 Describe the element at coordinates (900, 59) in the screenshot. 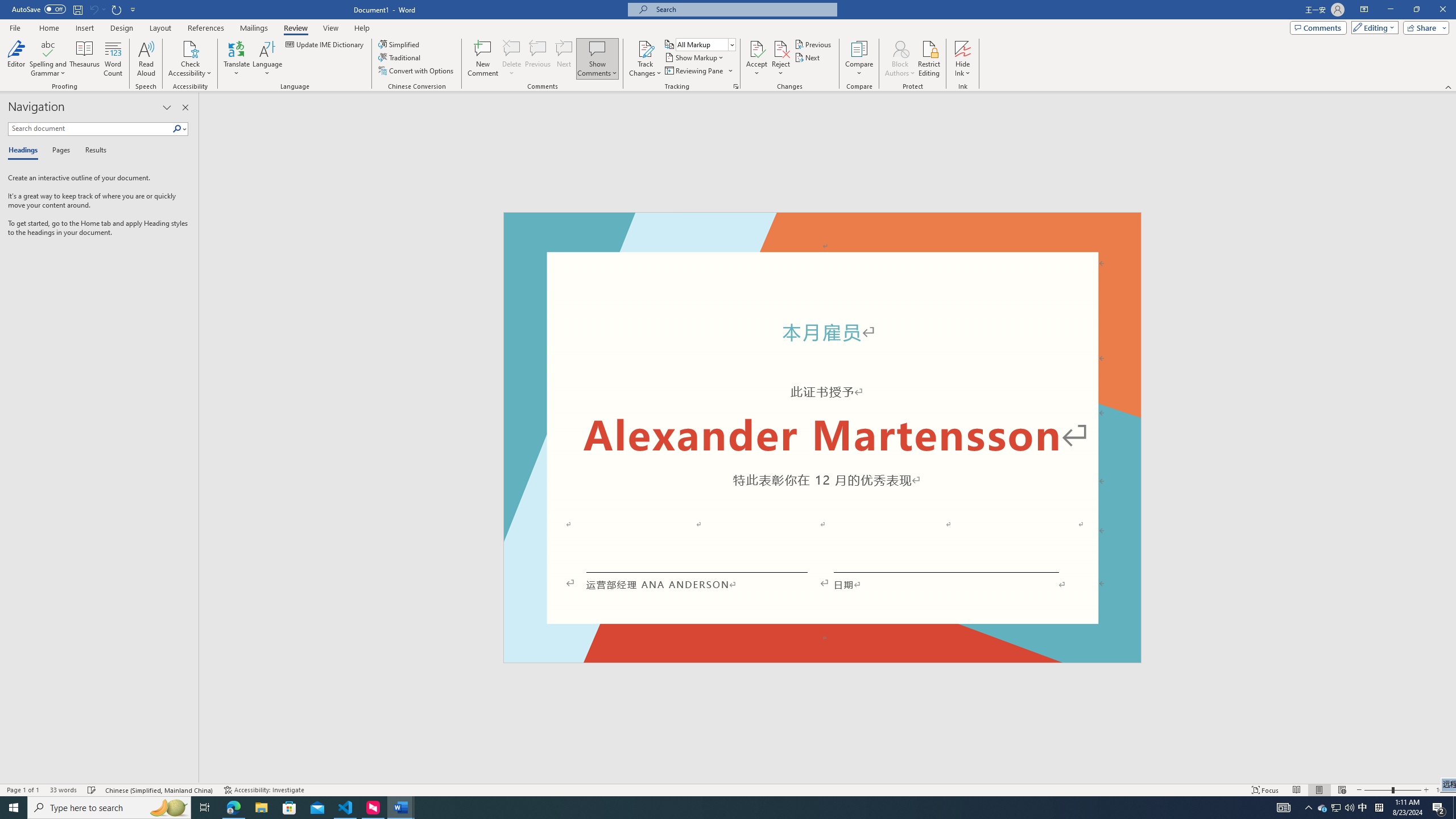

I see `'Block Authors'` at that location.